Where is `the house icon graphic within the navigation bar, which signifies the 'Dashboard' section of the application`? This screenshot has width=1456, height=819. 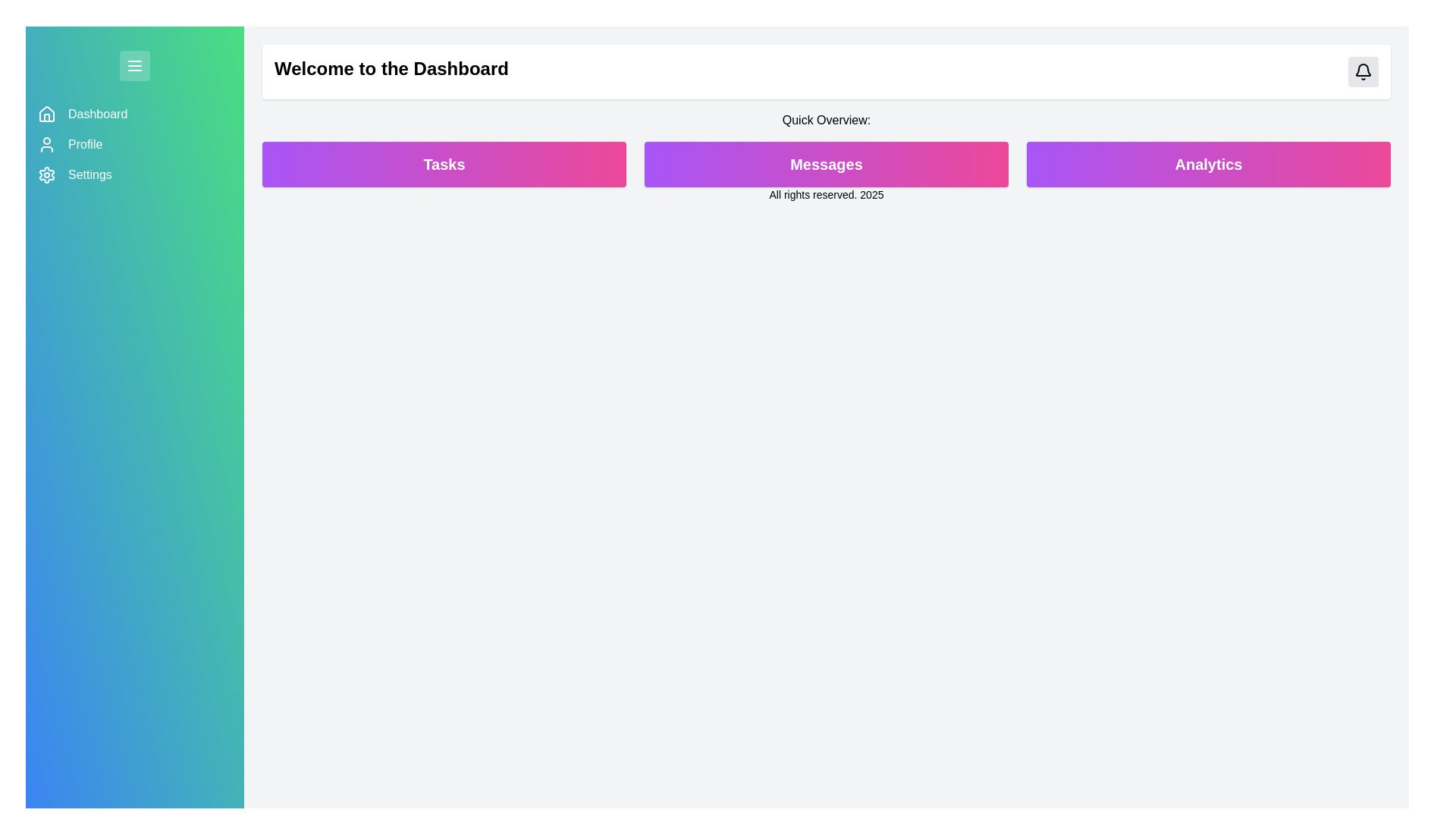
the house icon graphic within the navigation bar, which signifies the 'Dashboard' section of the application is located at coordinates (47, 113).